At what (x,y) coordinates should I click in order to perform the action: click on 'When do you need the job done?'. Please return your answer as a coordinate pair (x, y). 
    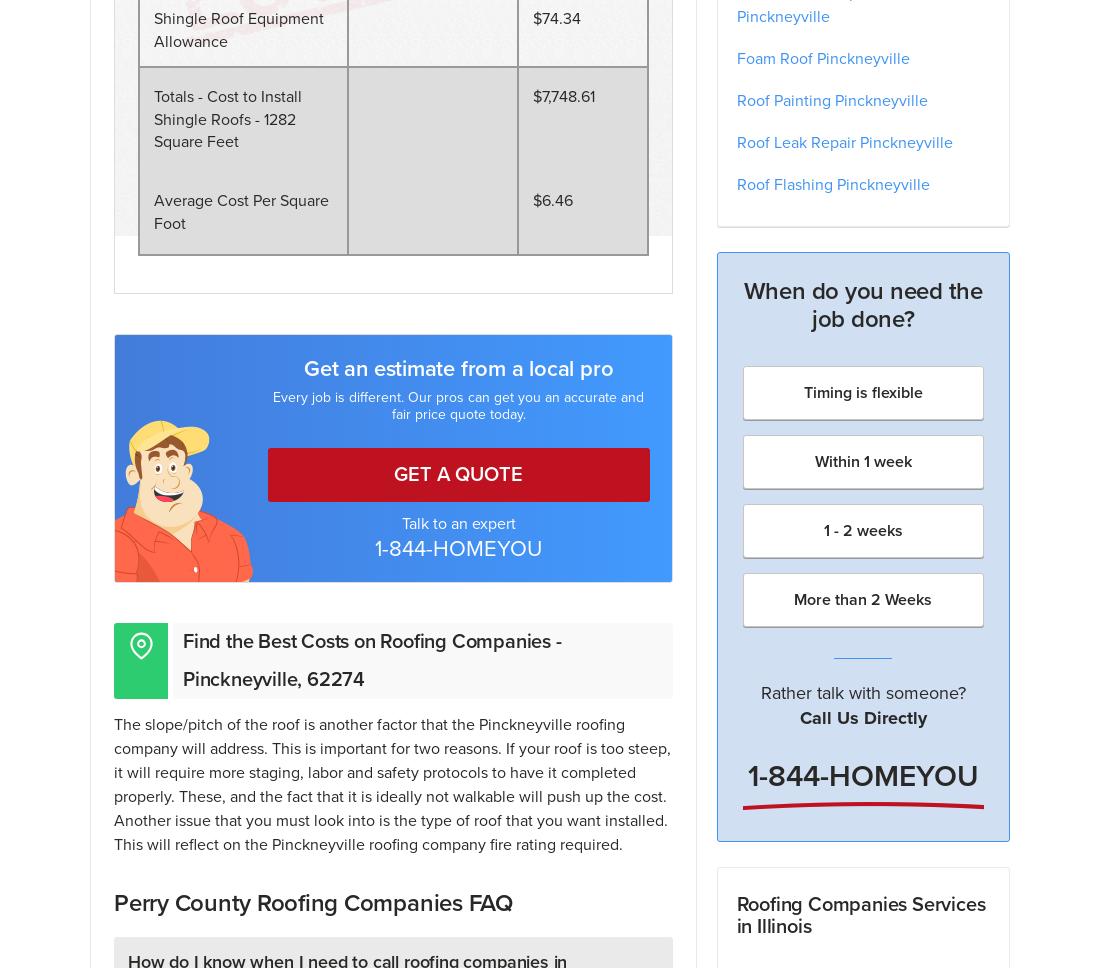
    Looking at the image, I should click on (861, 304).